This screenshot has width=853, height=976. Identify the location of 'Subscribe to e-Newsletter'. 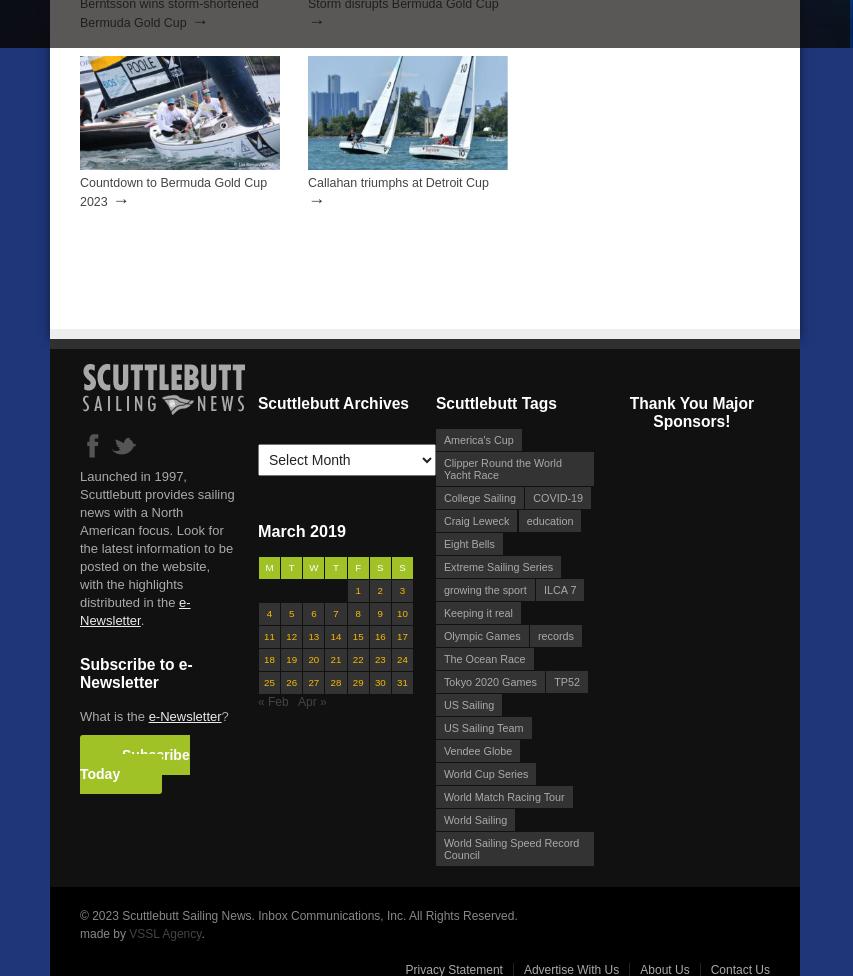
(79, 671).